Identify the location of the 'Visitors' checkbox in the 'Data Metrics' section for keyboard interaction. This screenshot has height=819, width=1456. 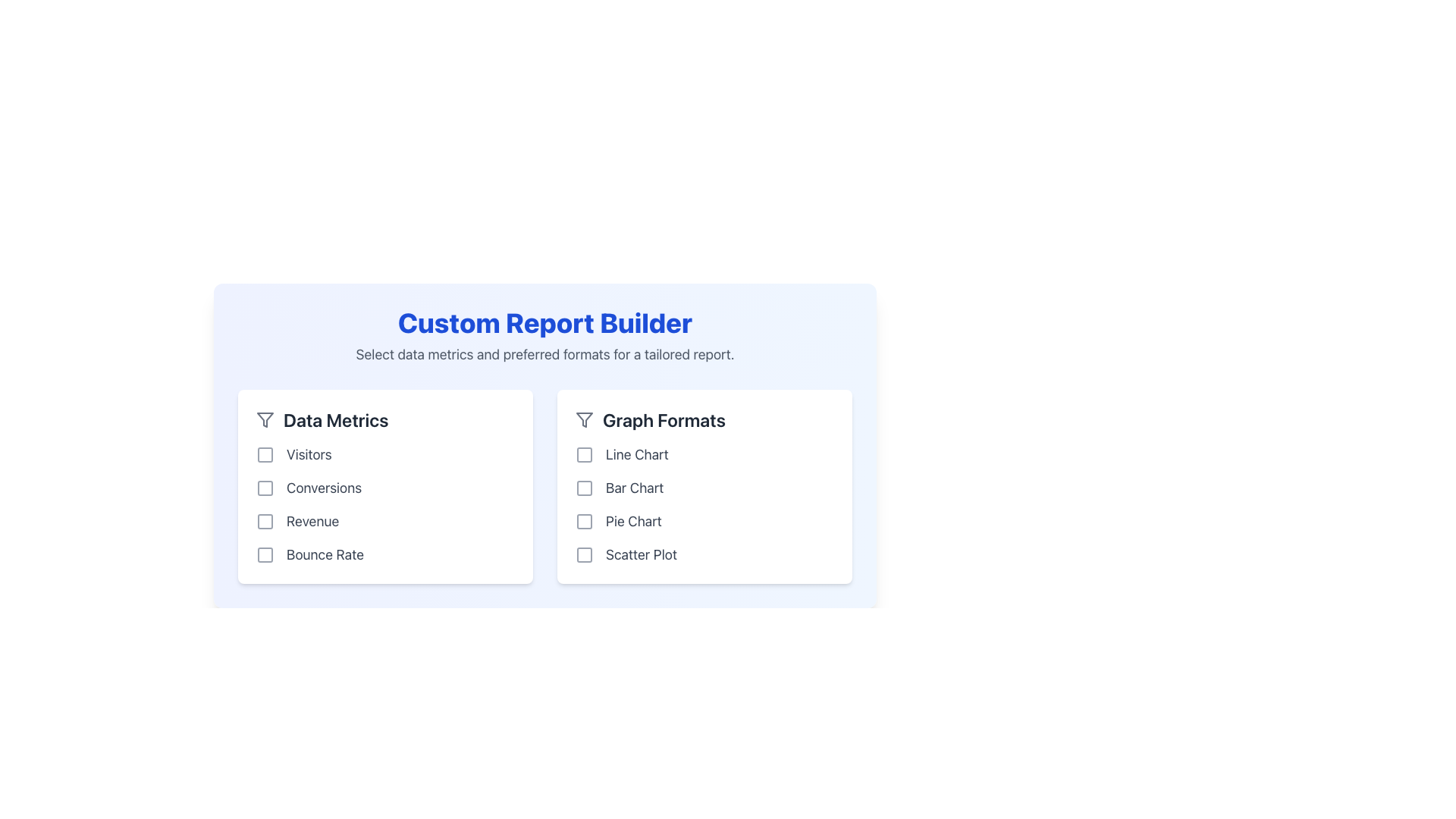
(265, 454).